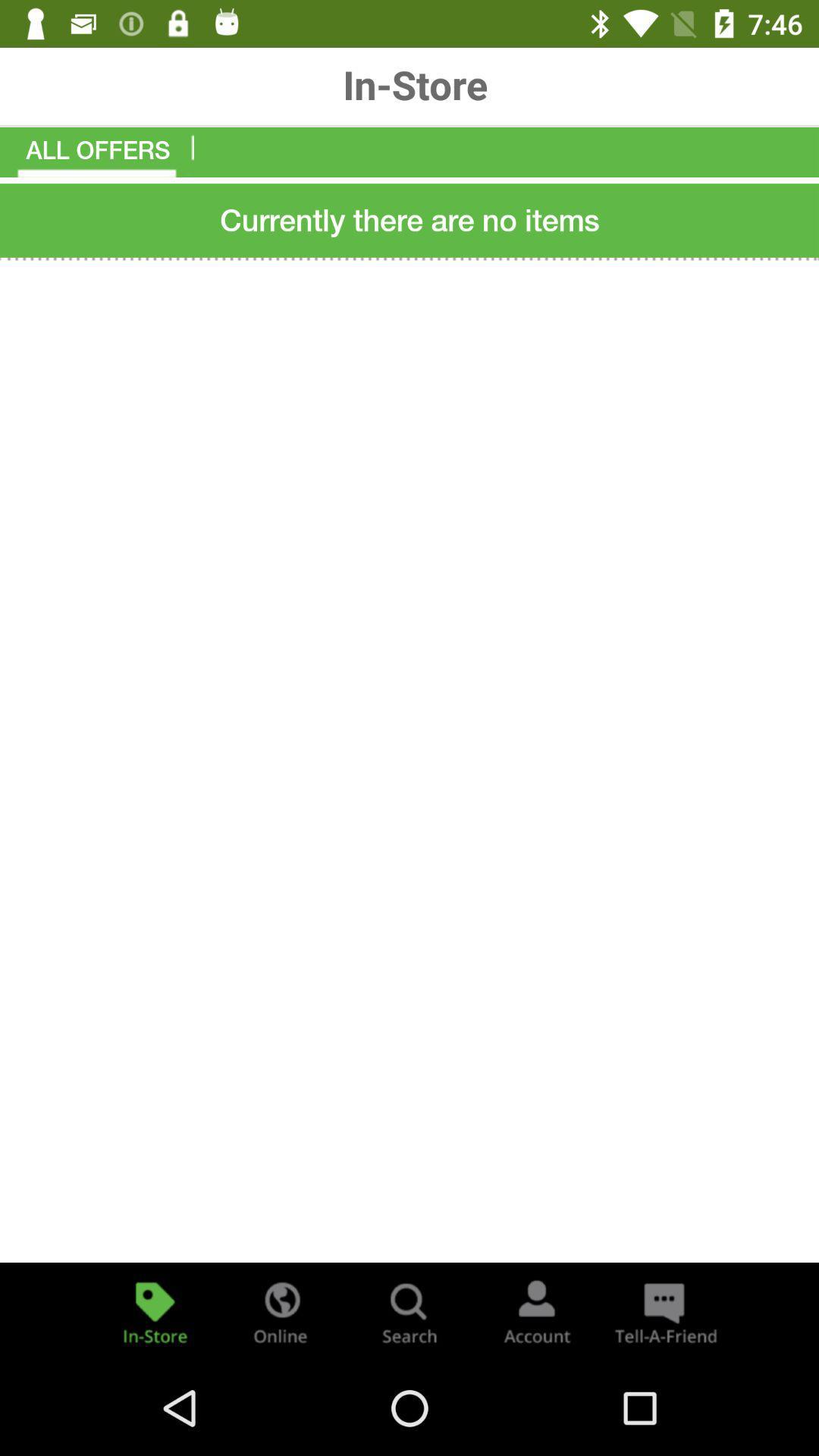 This screenshot has height=1456, width=819. Describe the element at coordinates (155, 1310) in the screenshot. I see `show in-store offers` at that location.